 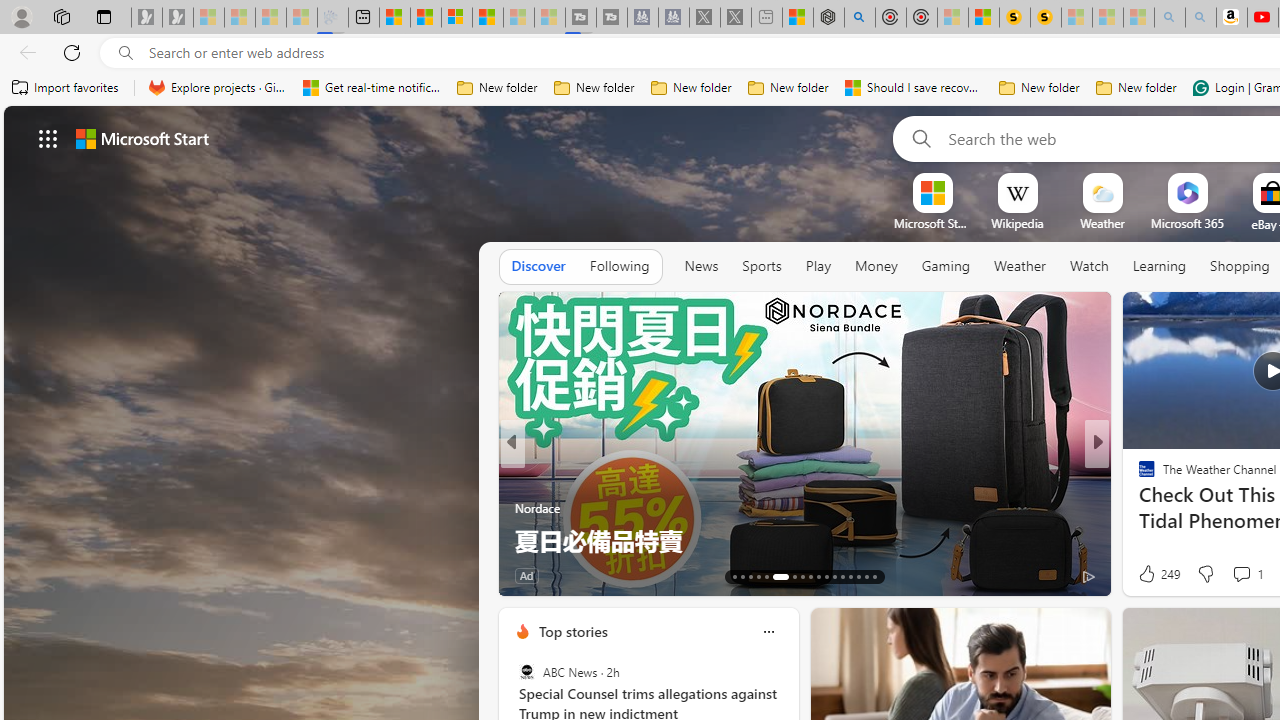 What do you see at coordinates (1088, 266) in the screenshot?
I see `'Watch'` at bounding box center [1088, 266].